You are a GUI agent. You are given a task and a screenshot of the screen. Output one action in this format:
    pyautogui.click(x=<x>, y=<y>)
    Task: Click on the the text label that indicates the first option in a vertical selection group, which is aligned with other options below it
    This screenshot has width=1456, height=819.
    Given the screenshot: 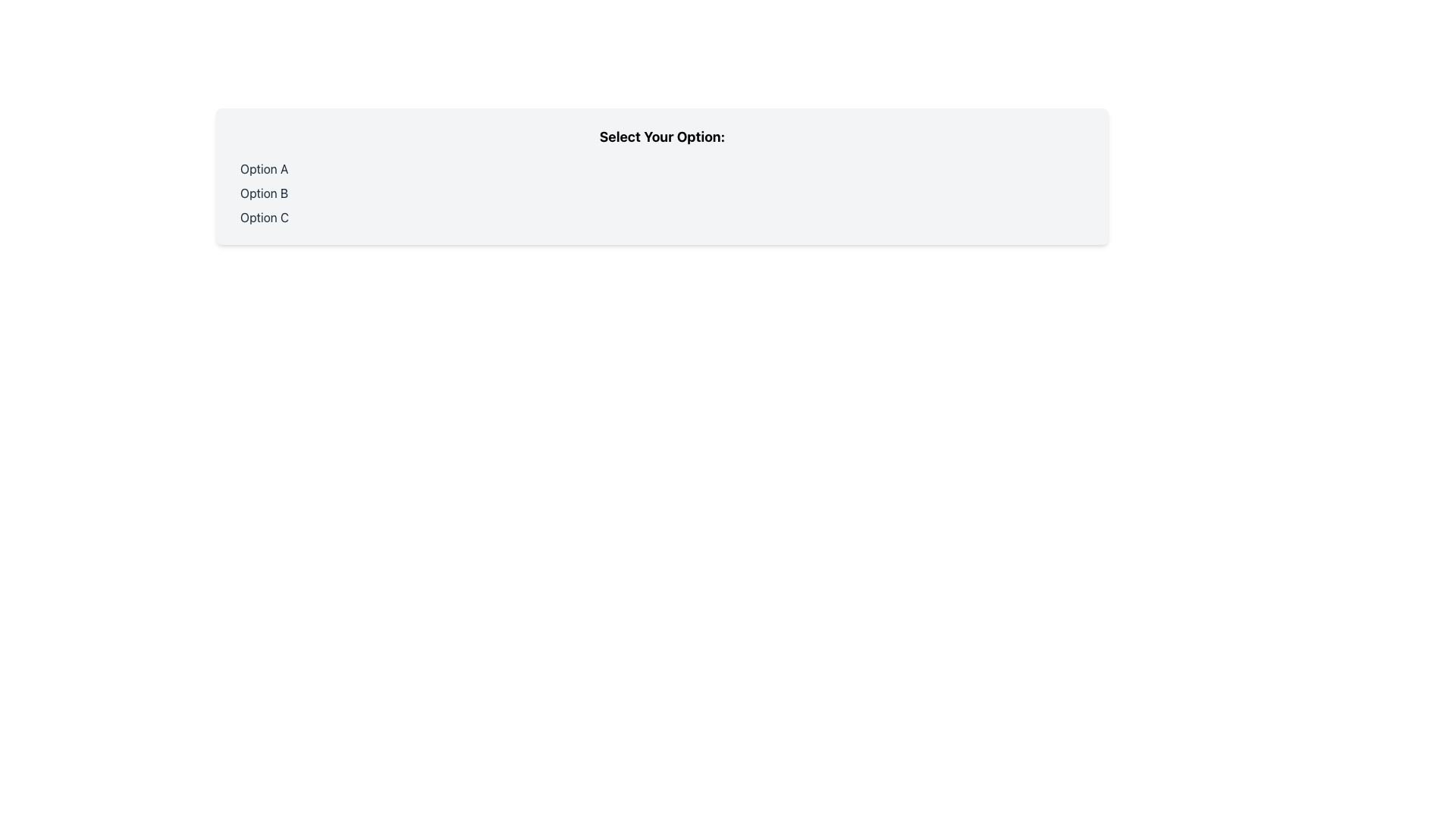 What is the action you would take?
    pyautogui.click(x=264, y=169)
    